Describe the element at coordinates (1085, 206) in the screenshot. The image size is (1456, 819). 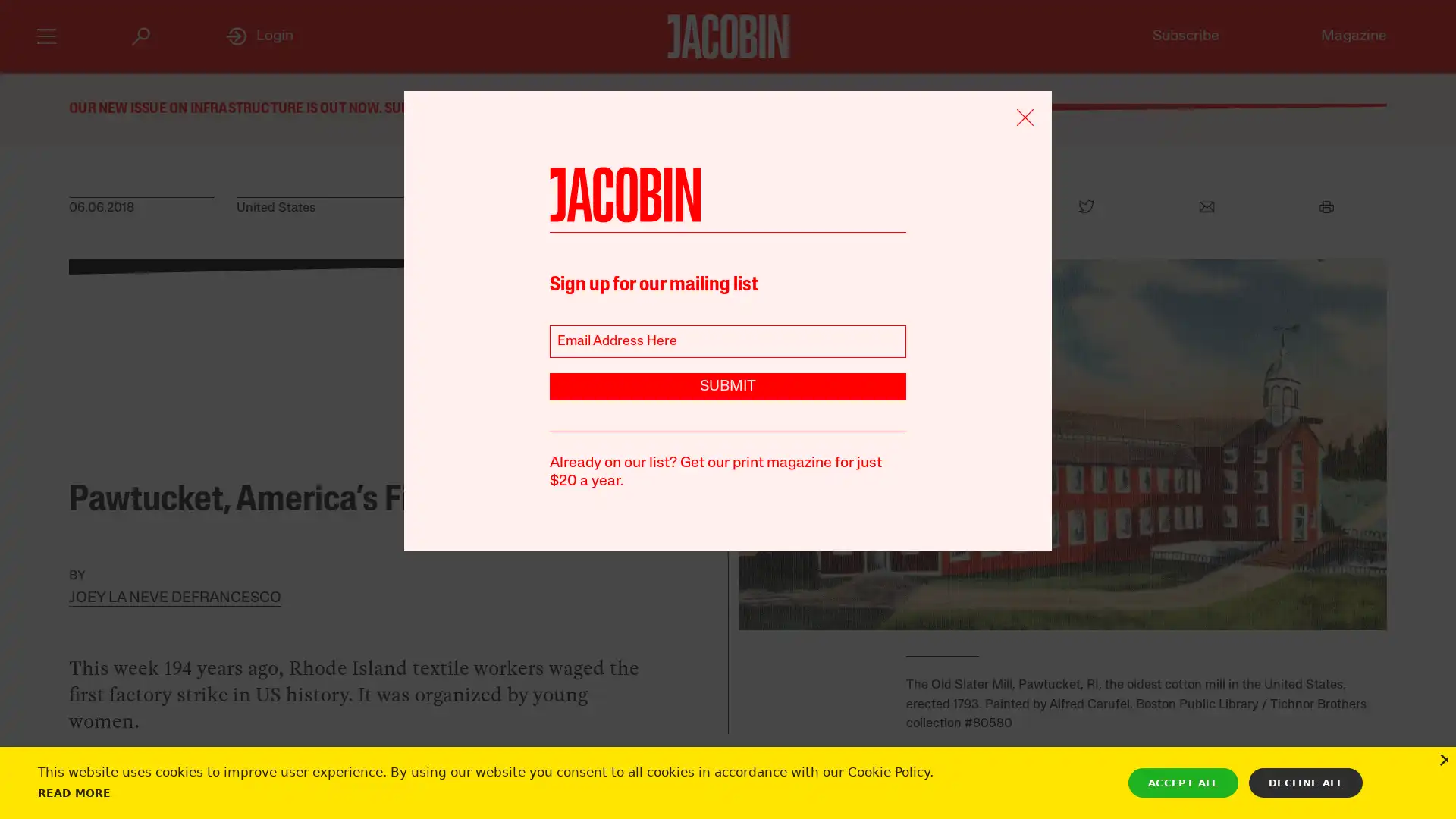
I see `Twitter Icon` at that location.